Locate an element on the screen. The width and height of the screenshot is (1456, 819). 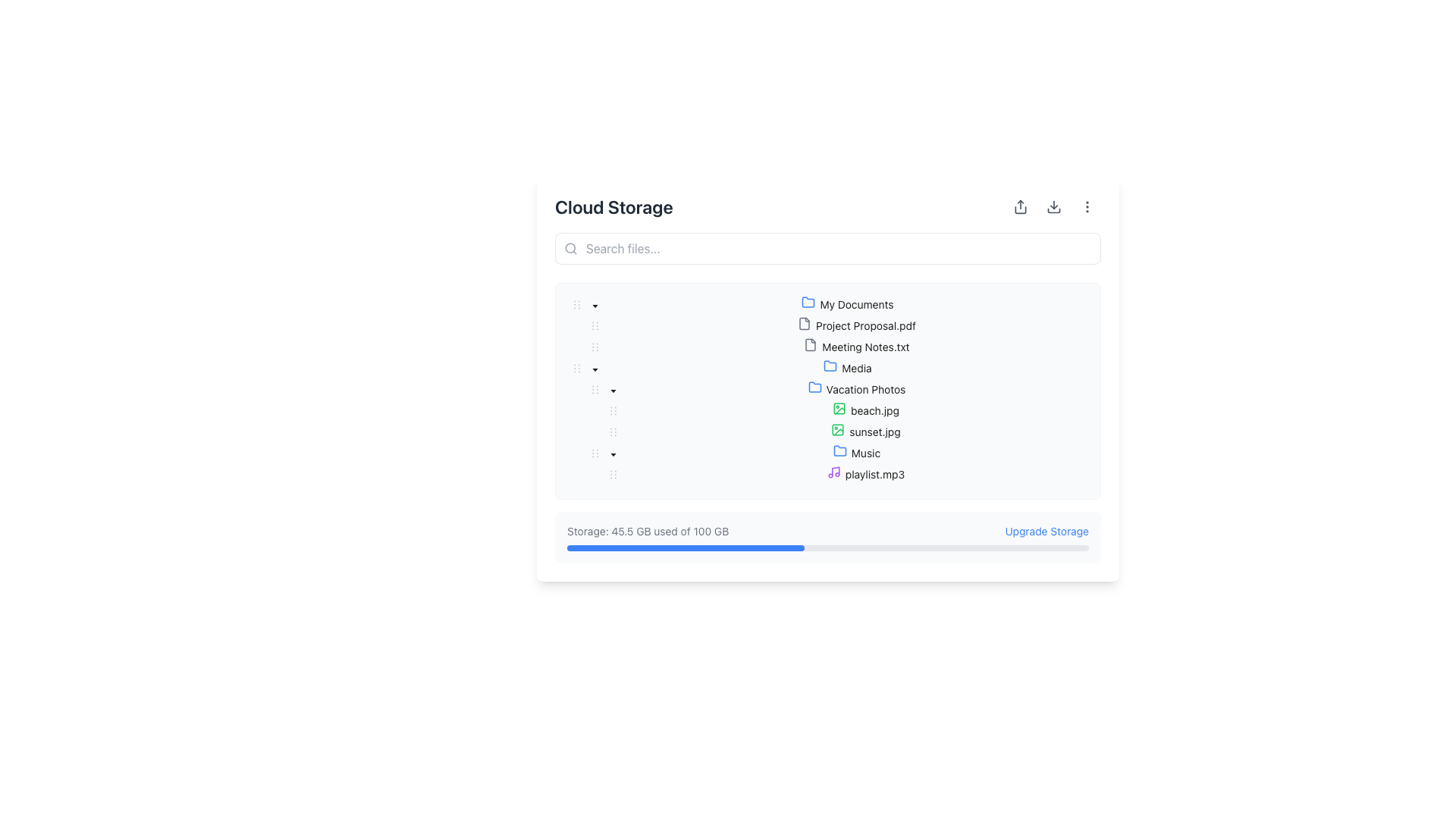
the first icon button in the horizontal row at the top-right corner of the UI is located at coordinates (1020, 207).